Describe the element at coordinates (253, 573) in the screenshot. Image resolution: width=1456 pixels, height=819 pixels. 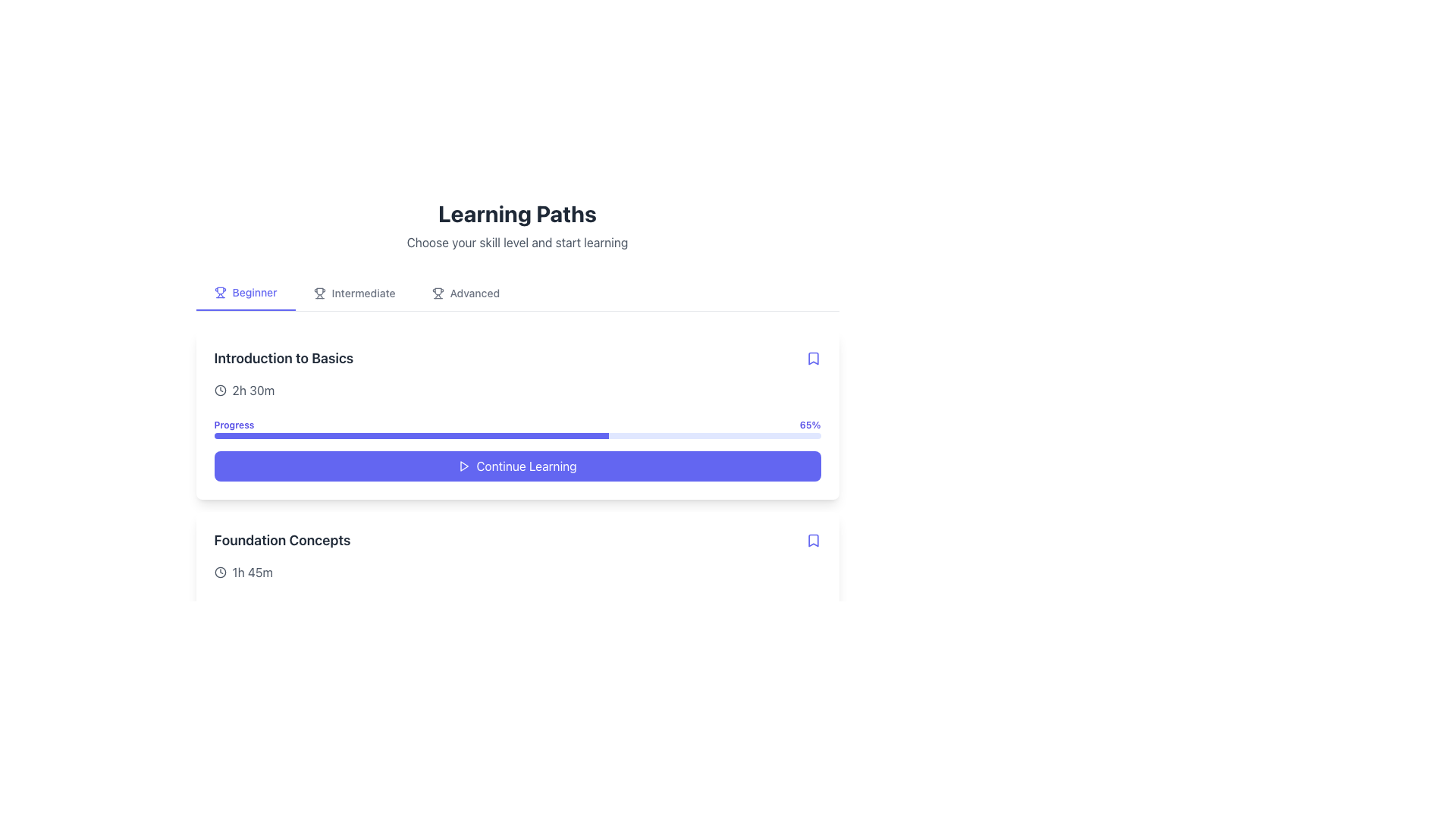
I see `the text display label showing the duration '1h 45m', which is styled in neutral gray and located in the bottom section of the 'Foundation Concepts' area, adjacent to a clock icon` at that location.